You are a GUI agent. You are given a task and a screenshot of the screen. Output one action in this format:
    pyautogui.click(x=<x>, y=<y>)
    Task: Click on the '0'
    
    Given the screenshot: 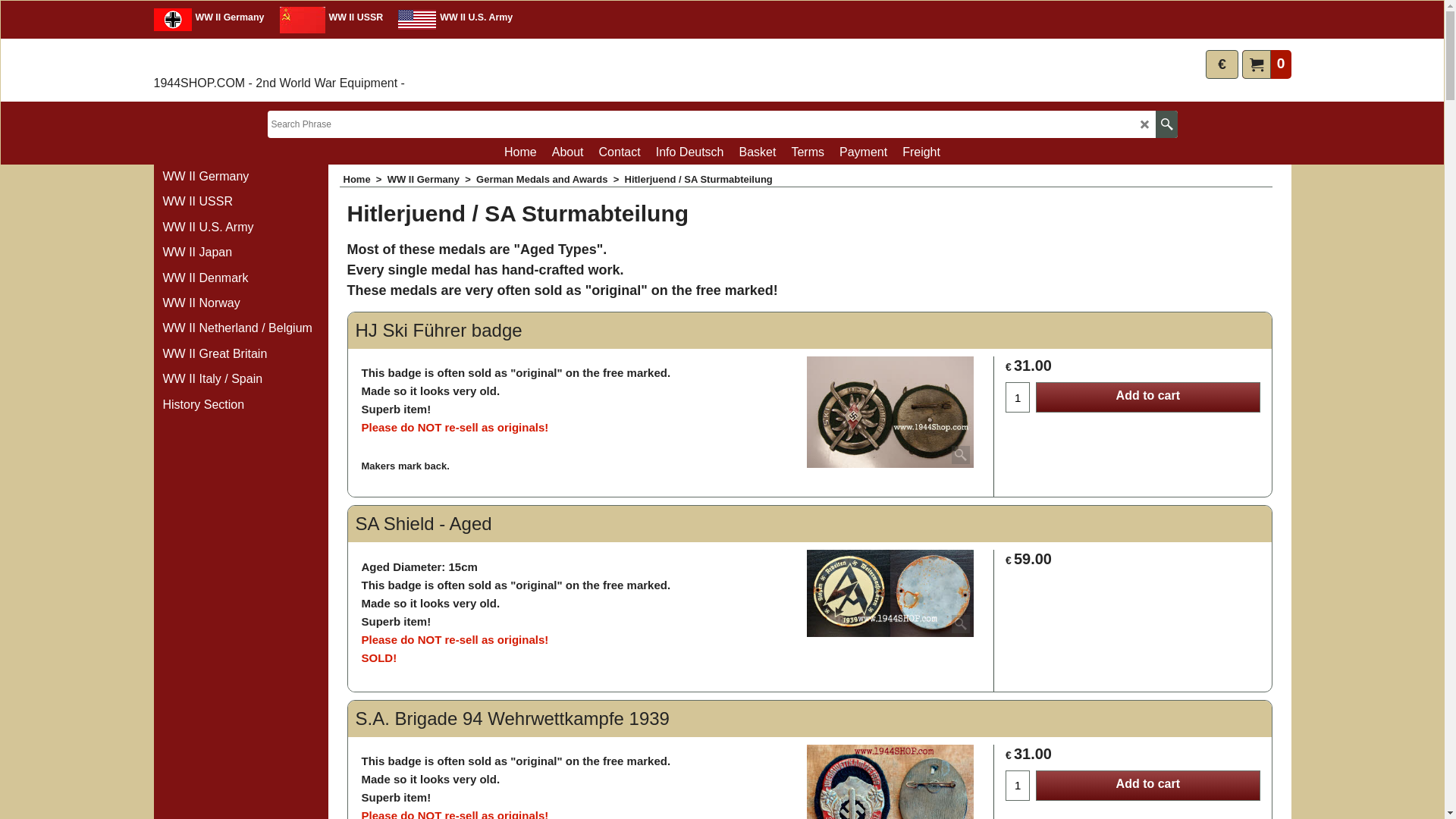 What is the action you would take?
    pyautogui.click(x=1266, y=63)
    